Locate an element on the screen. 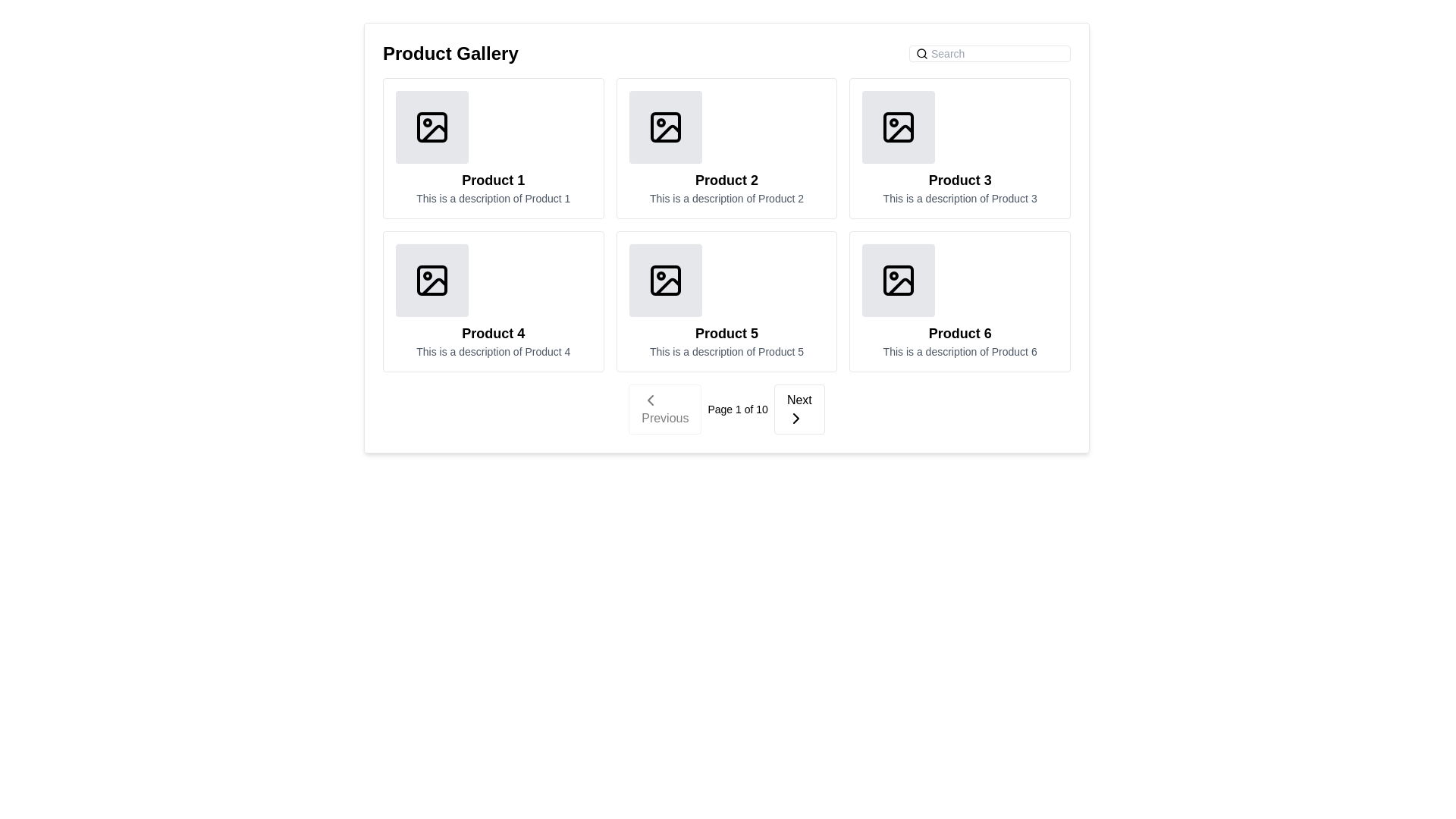  the gray square box with rounded corners that serves as an image placeholder icon, featuring a black outline of a landscape with a sun, located in the 'Product Gallery' section above the 'Product 1' text is located at coordinates (431, 127).